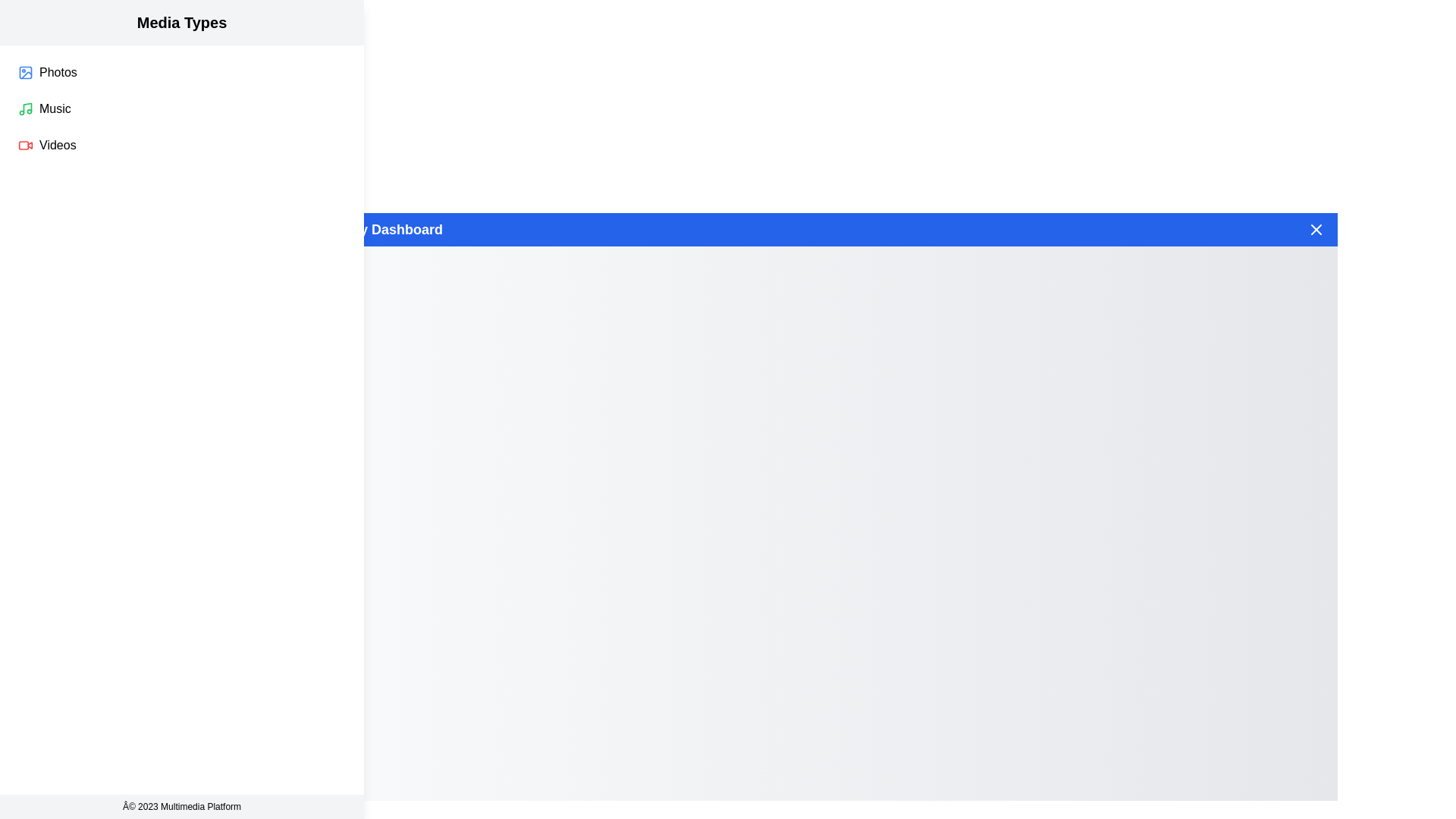 This screenshot has width=1456, height=819. Describe the element at coordinates (1316, 230) in the screenshot. I see `the close button icon located in the top-right corner of the blue header bar, which serves as a graphical indicator for dismissing the interface` at that location.